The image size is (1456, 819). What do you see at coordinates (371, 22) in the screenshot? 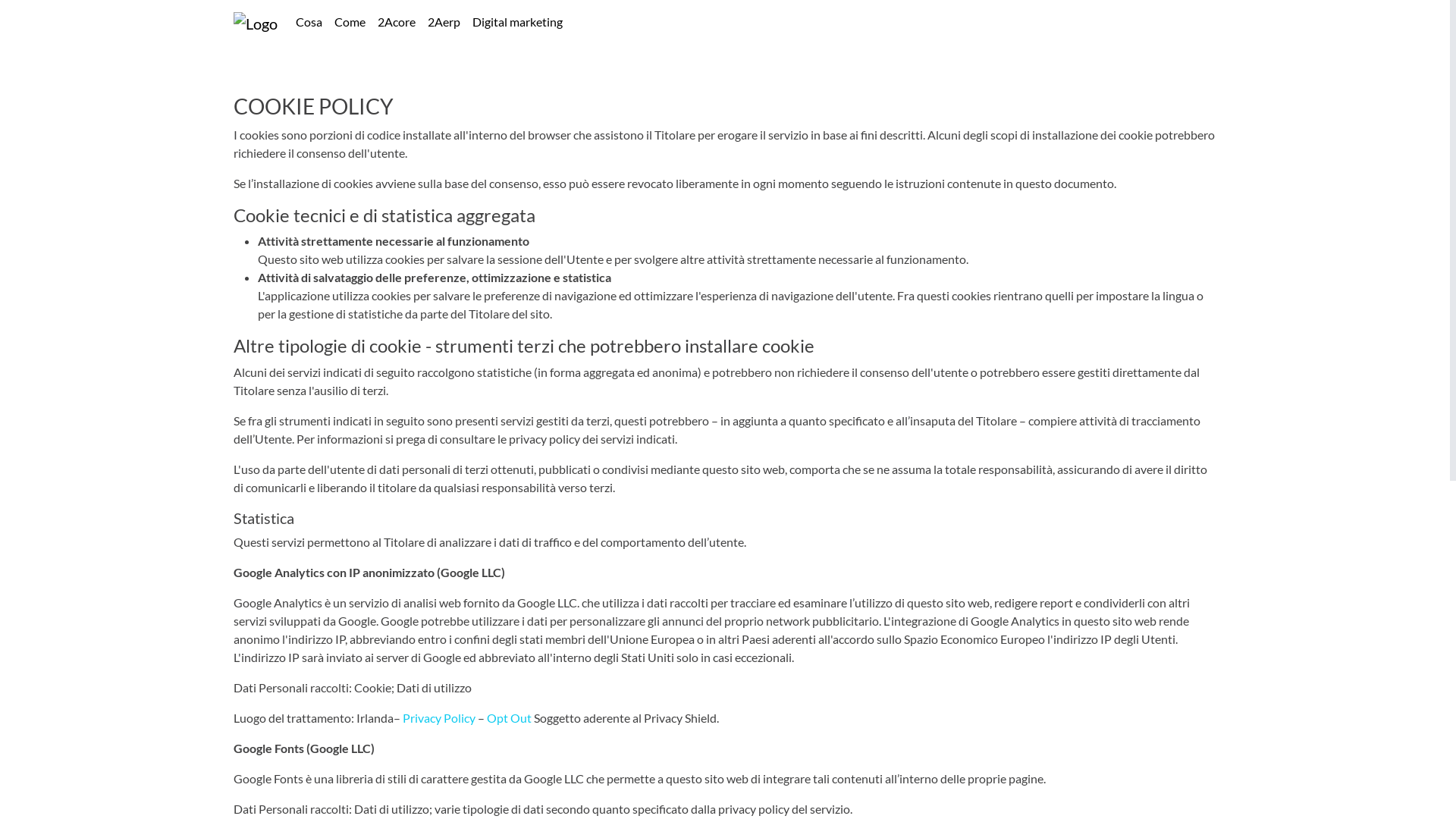
I see `'2Acore'` at bounding box center [371, 22].